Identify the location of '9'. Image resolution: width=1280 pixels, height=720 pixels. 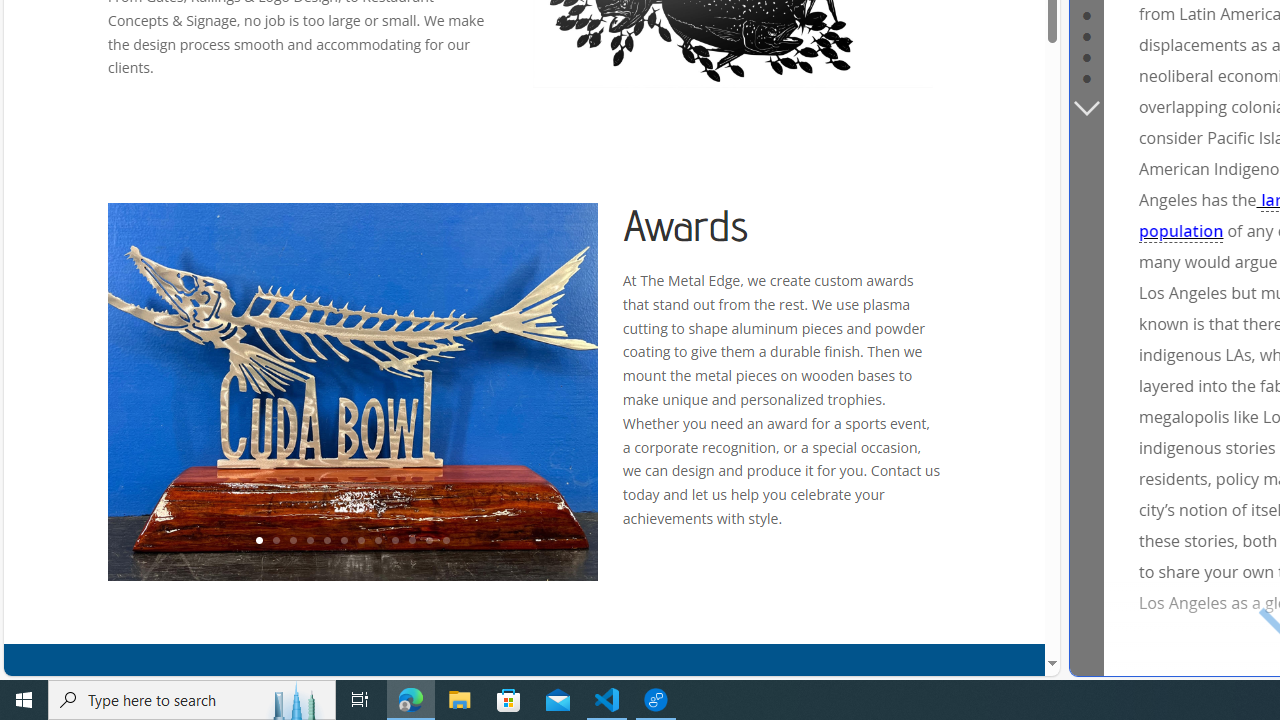
(394, 541).